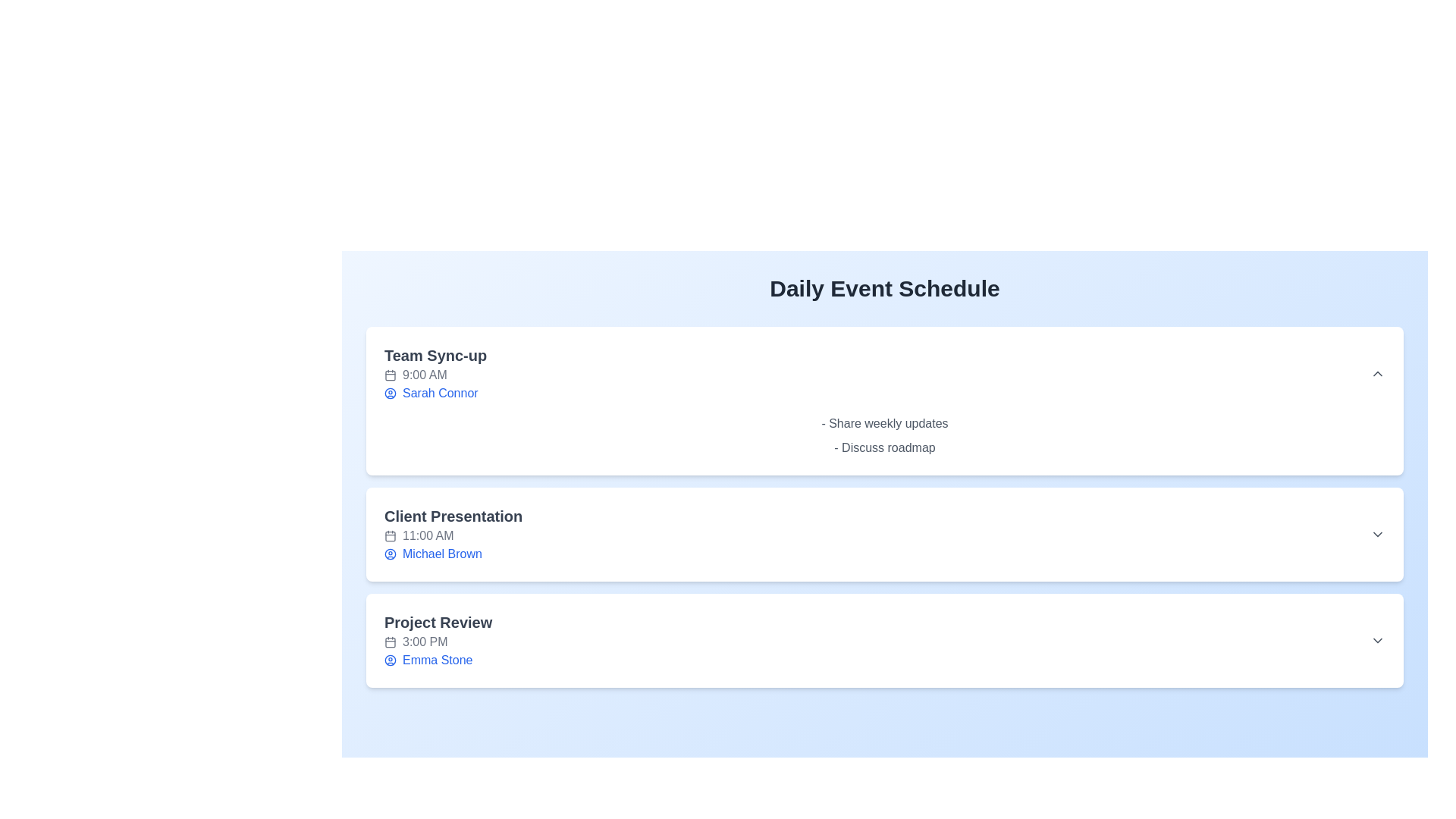 The image size is (1456, 819). Describe the element at coordinates (390, 660) in the screenshot. I see `the graphical icon (circle) that visually represents the user avatar located to the left of the 'Emma Stone' text within the 'Project Review' card` at that location.